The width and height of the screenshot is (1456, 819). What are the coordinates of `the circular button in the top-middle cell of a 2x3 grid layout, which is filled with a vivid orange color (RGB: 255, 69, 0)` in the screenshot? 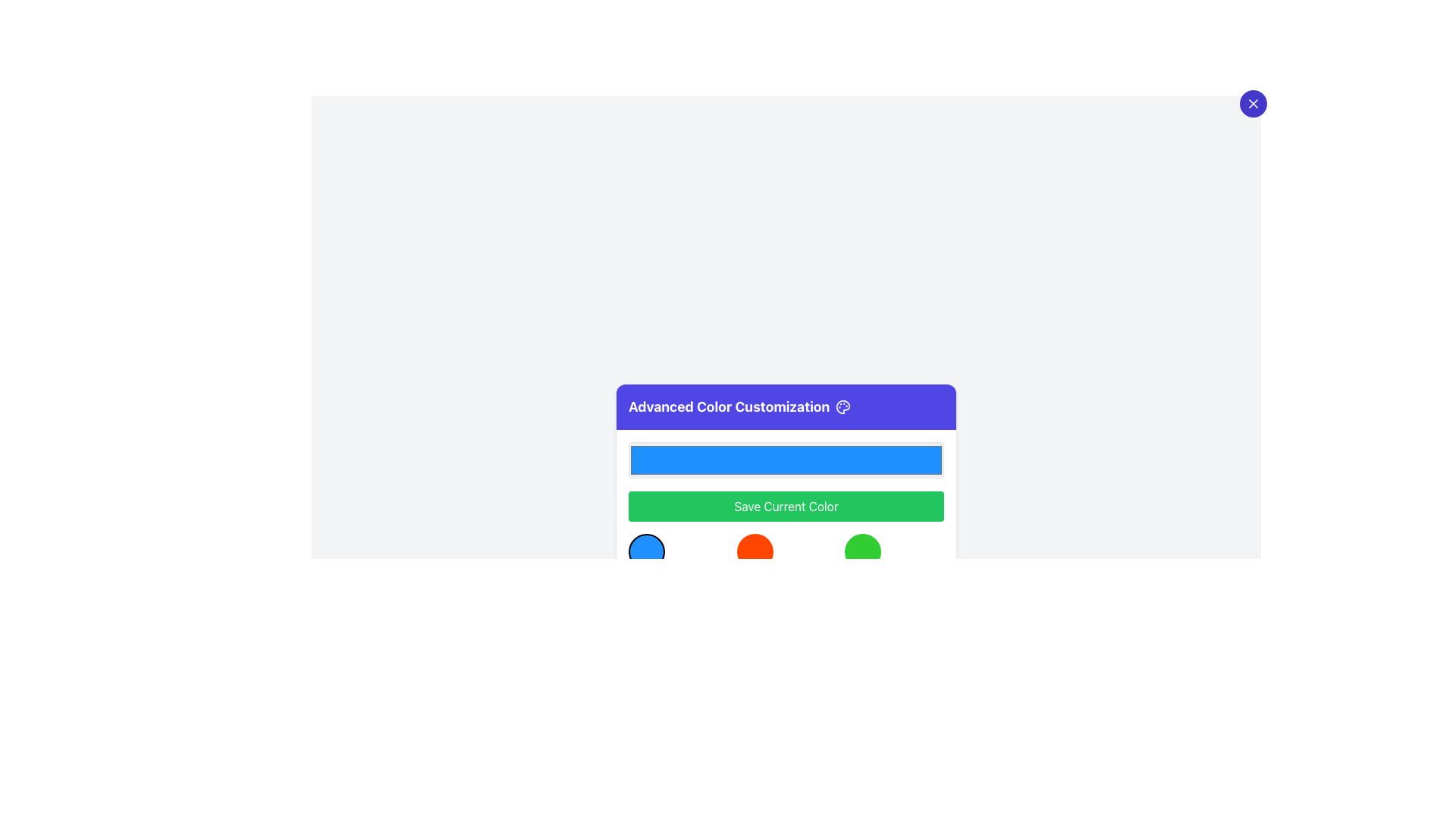 It's located at (755, 551).